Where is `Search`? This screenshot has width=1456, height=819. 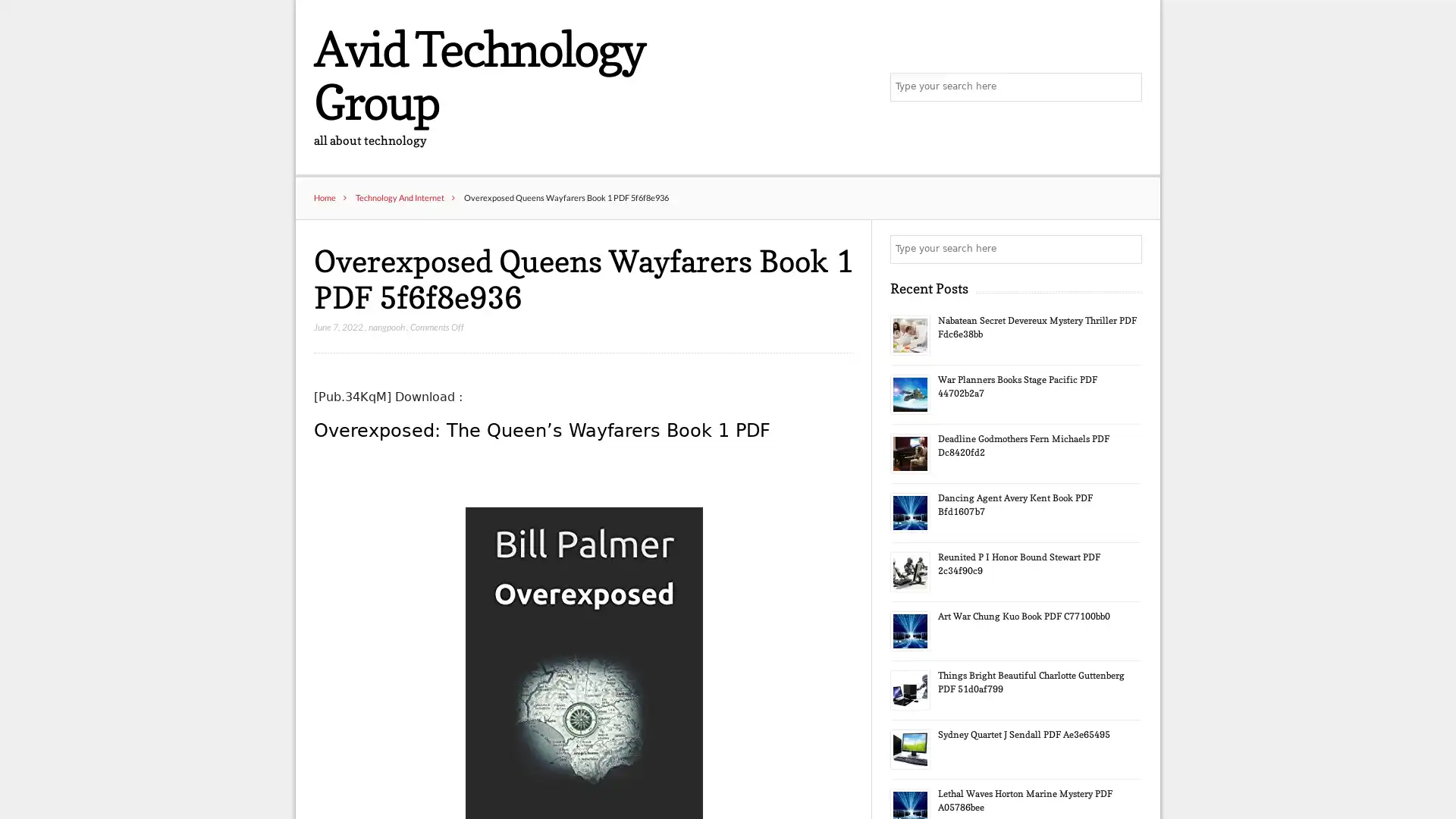 Search is located at coordinates (1126, 87).